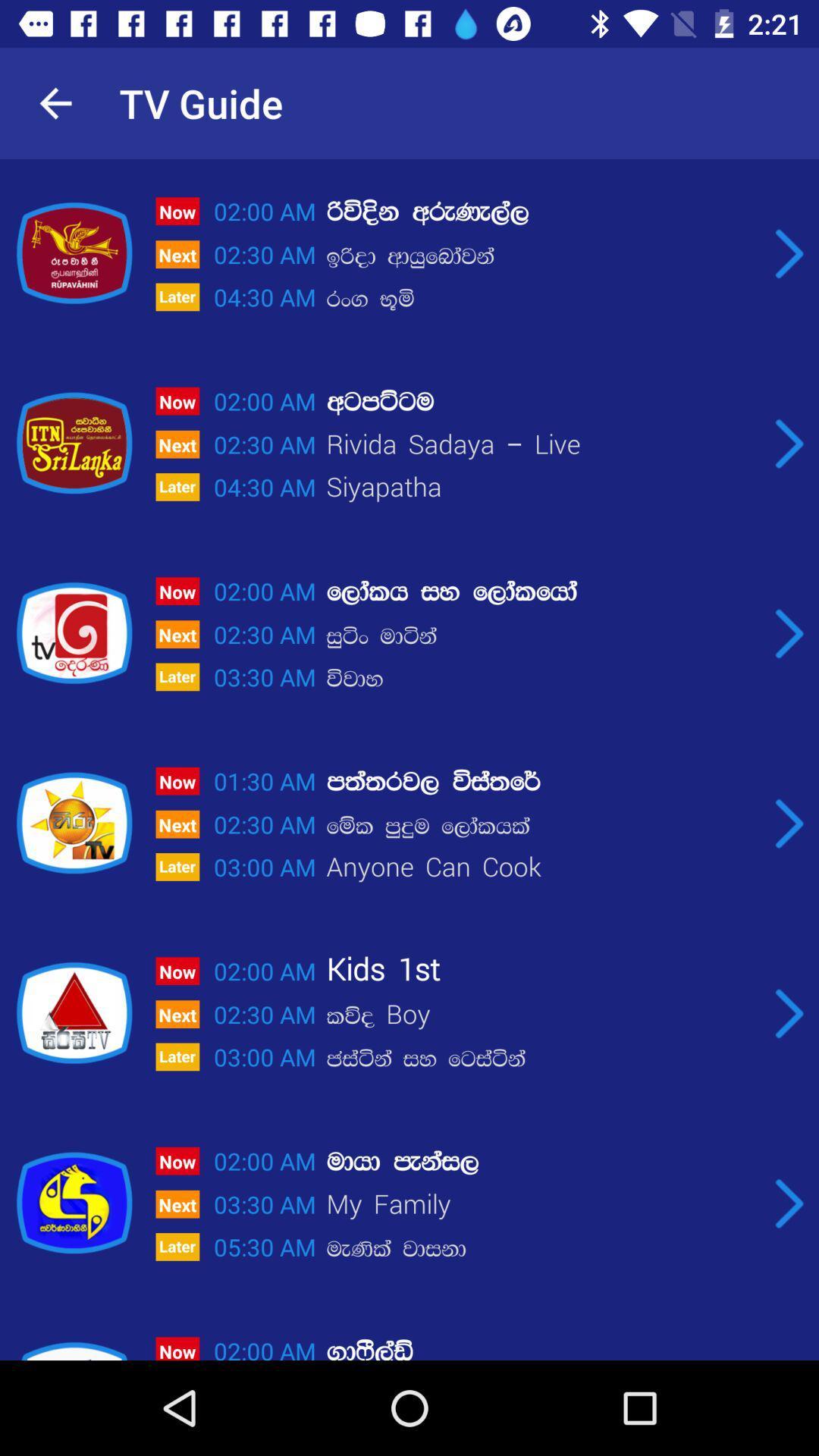  I want to click on icon to the right of 02:00 am item, so click(541, 401).